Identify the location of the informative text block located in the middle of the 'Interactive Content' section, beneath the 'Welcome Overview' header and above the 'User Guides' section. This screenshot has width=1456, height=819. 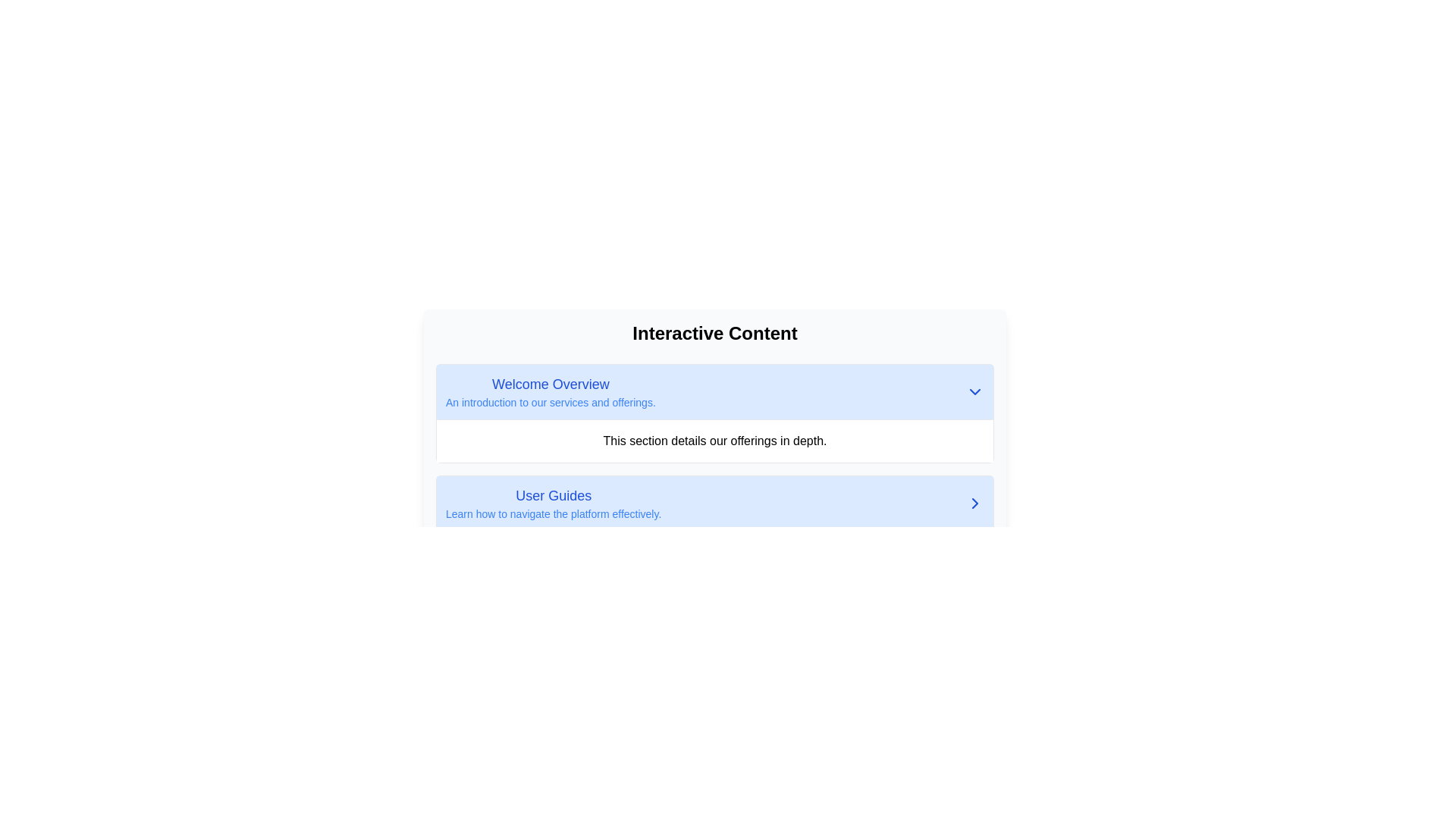
(714, 441).